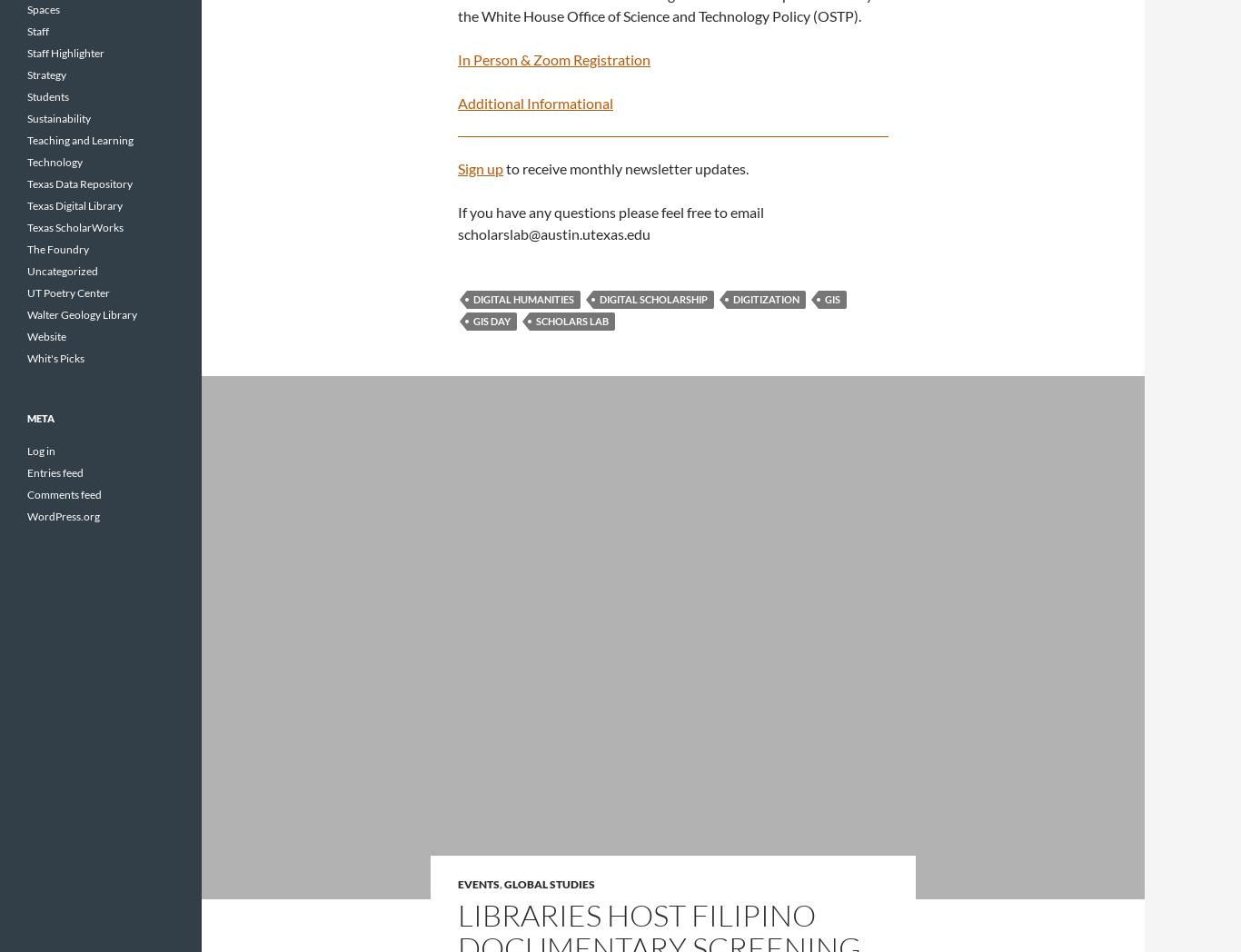 This screenshot has height=952, width=1241. What do you see at coordinates (55, 161) in the screenshot?
I see `'Technology'` at bounding box center [55, 161].